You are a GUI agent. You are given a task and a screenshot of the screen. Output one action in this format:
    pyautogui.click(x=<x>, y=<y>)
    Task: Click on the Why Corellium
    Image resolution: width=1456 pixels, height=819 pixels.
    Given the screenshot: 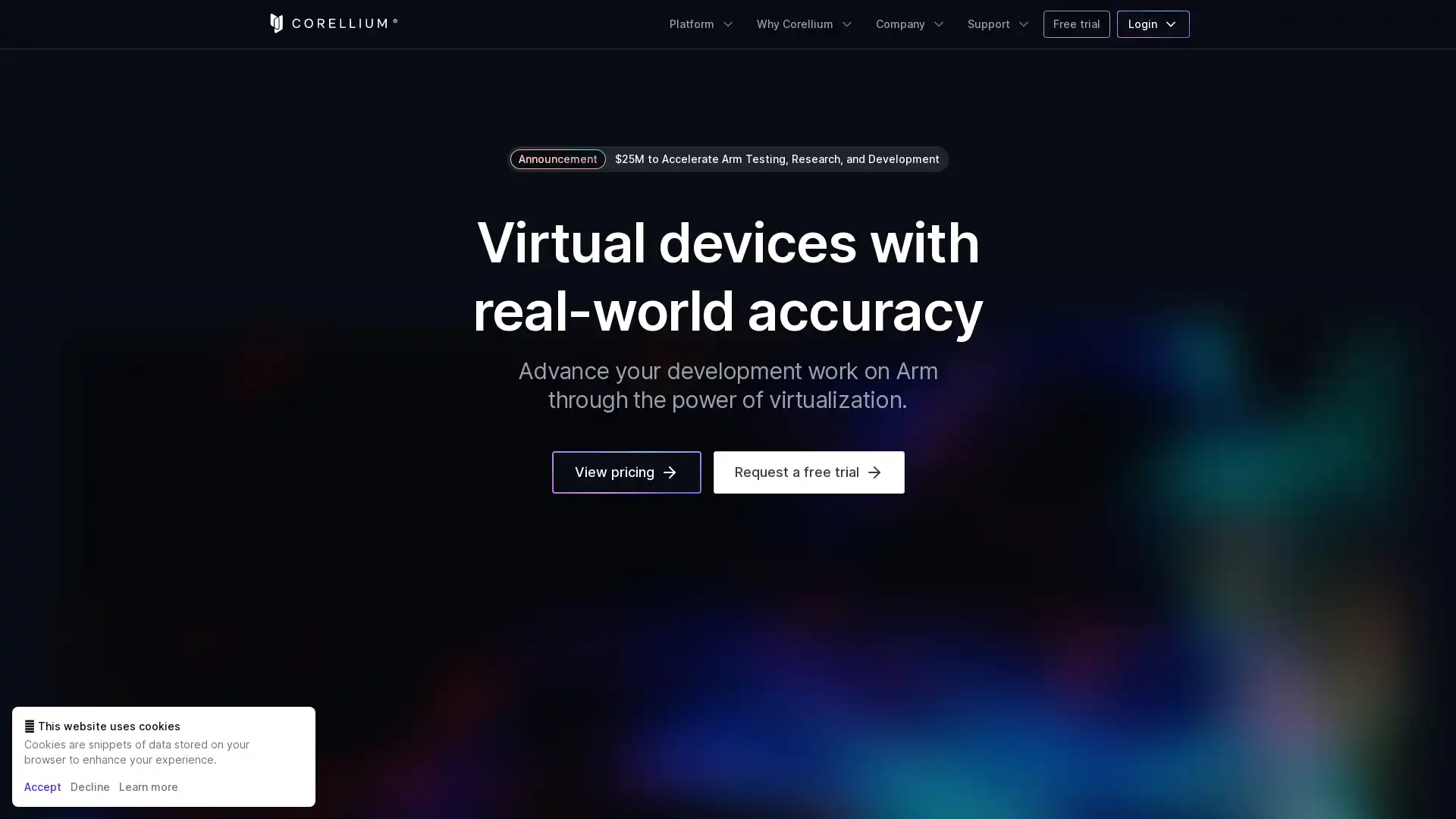 What is the action you would take?
    pyautogui.click(x=805, y=24)
    